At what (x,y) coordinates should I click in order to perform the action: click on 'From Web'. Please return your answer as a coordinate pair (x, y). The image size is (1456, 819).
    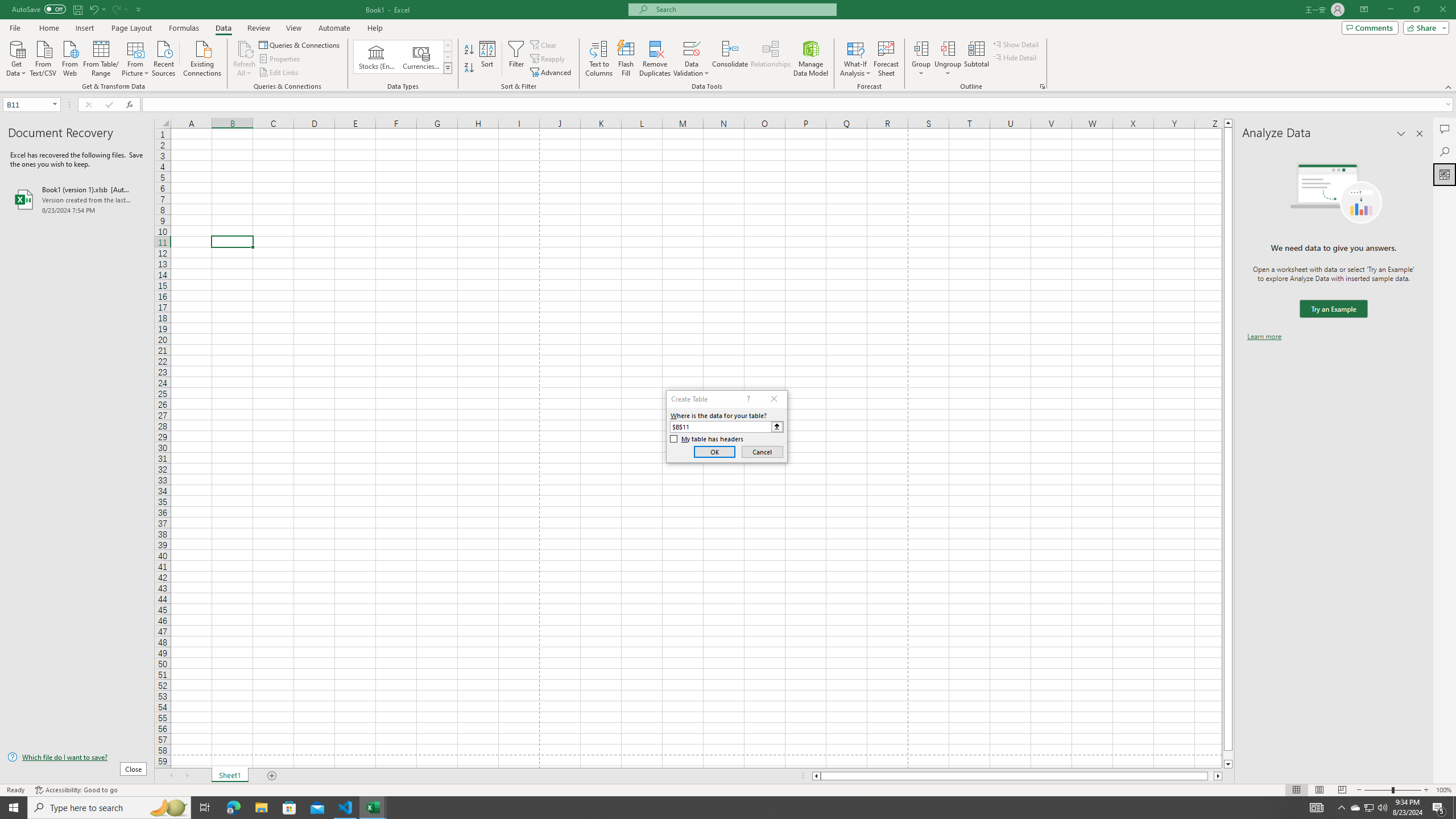
    Looking at the image, I should click on (69, 57).